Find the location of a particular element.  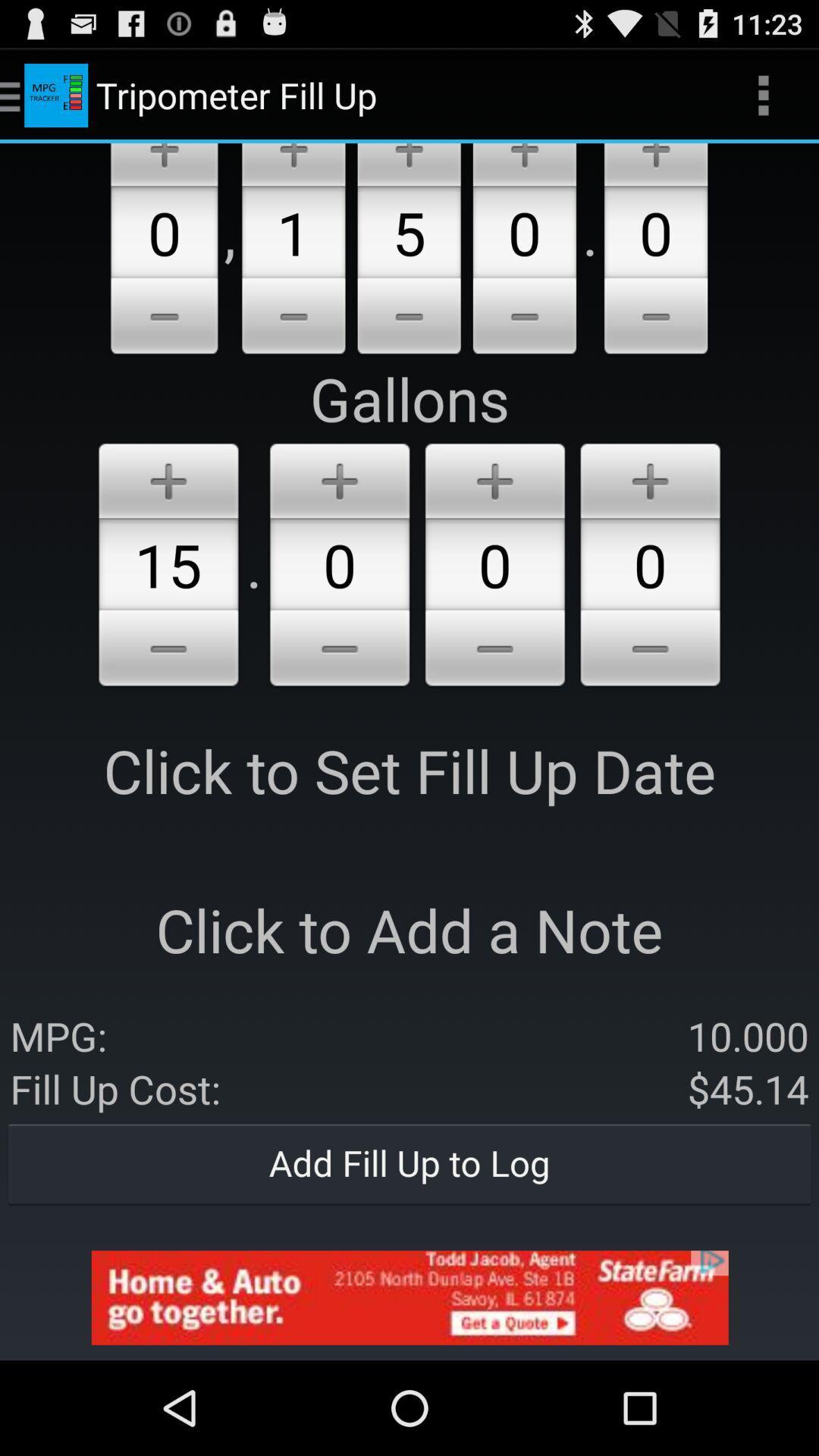

increase volume option is located at coordinates (168, 477).